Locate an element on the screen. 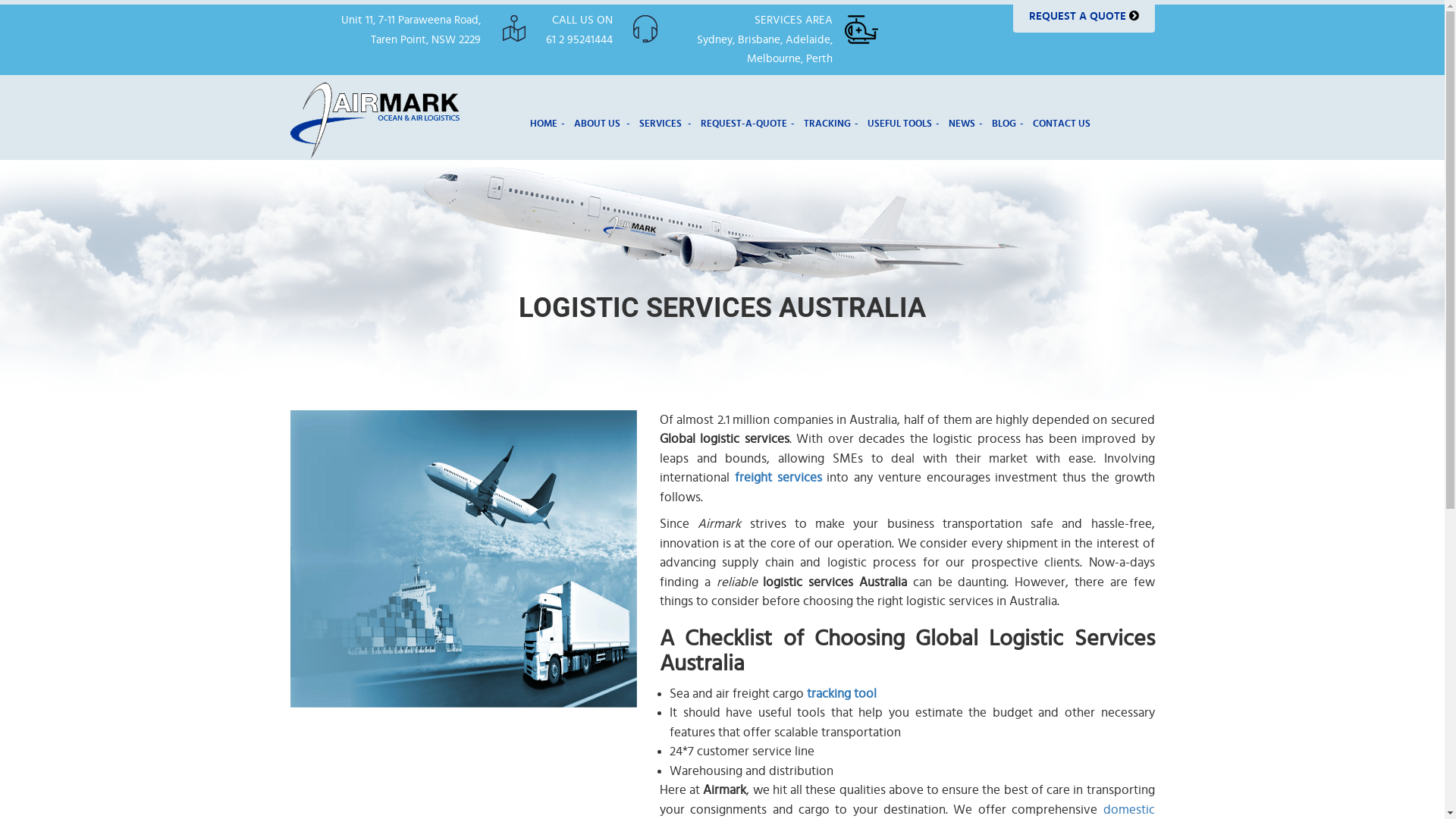 The height and width of the screenshot is (819, 1456). 'TRACKING' is located at coordinates (830, 122).